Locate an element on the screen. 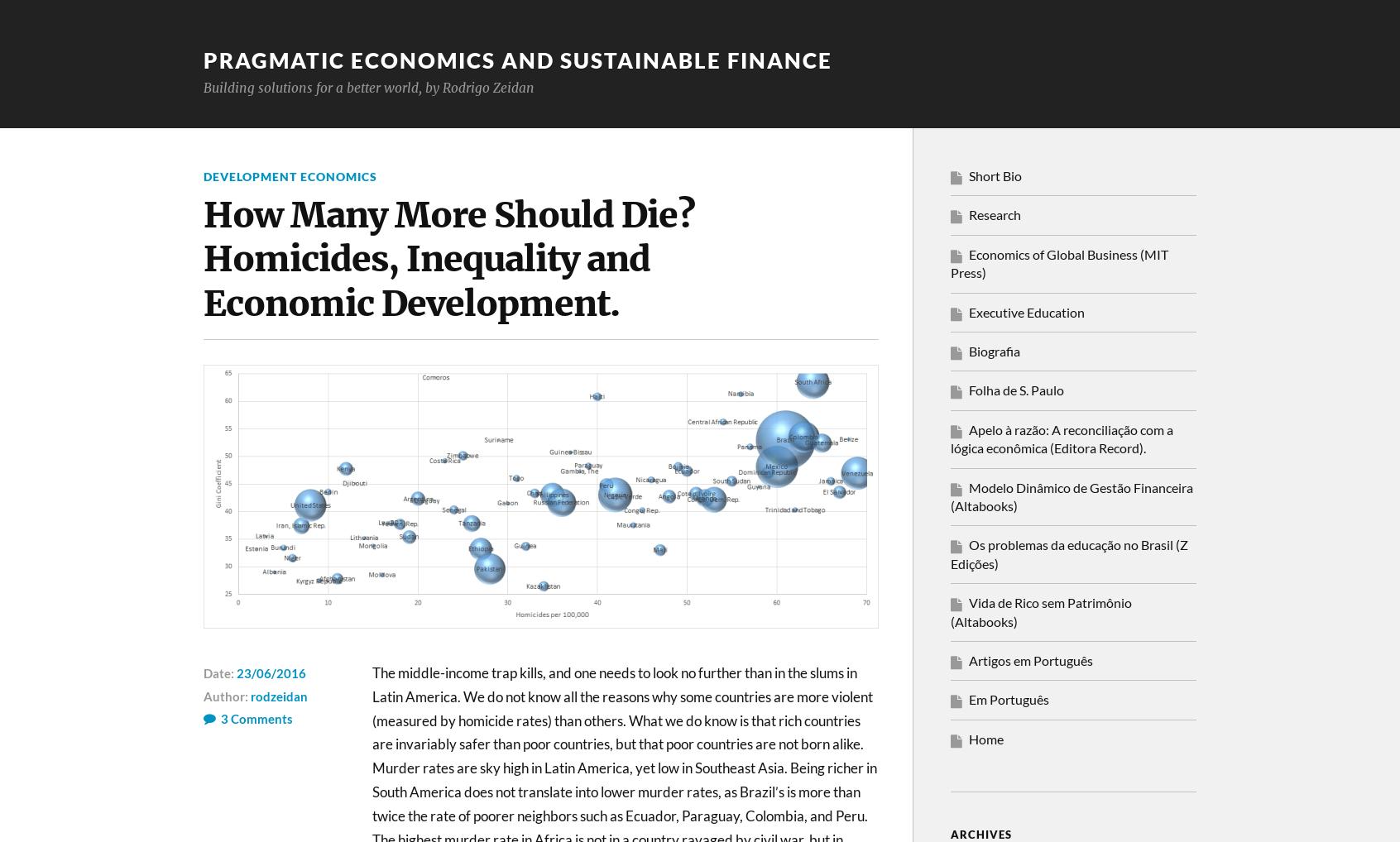  'Archives' is located at coordinates (980, 835).